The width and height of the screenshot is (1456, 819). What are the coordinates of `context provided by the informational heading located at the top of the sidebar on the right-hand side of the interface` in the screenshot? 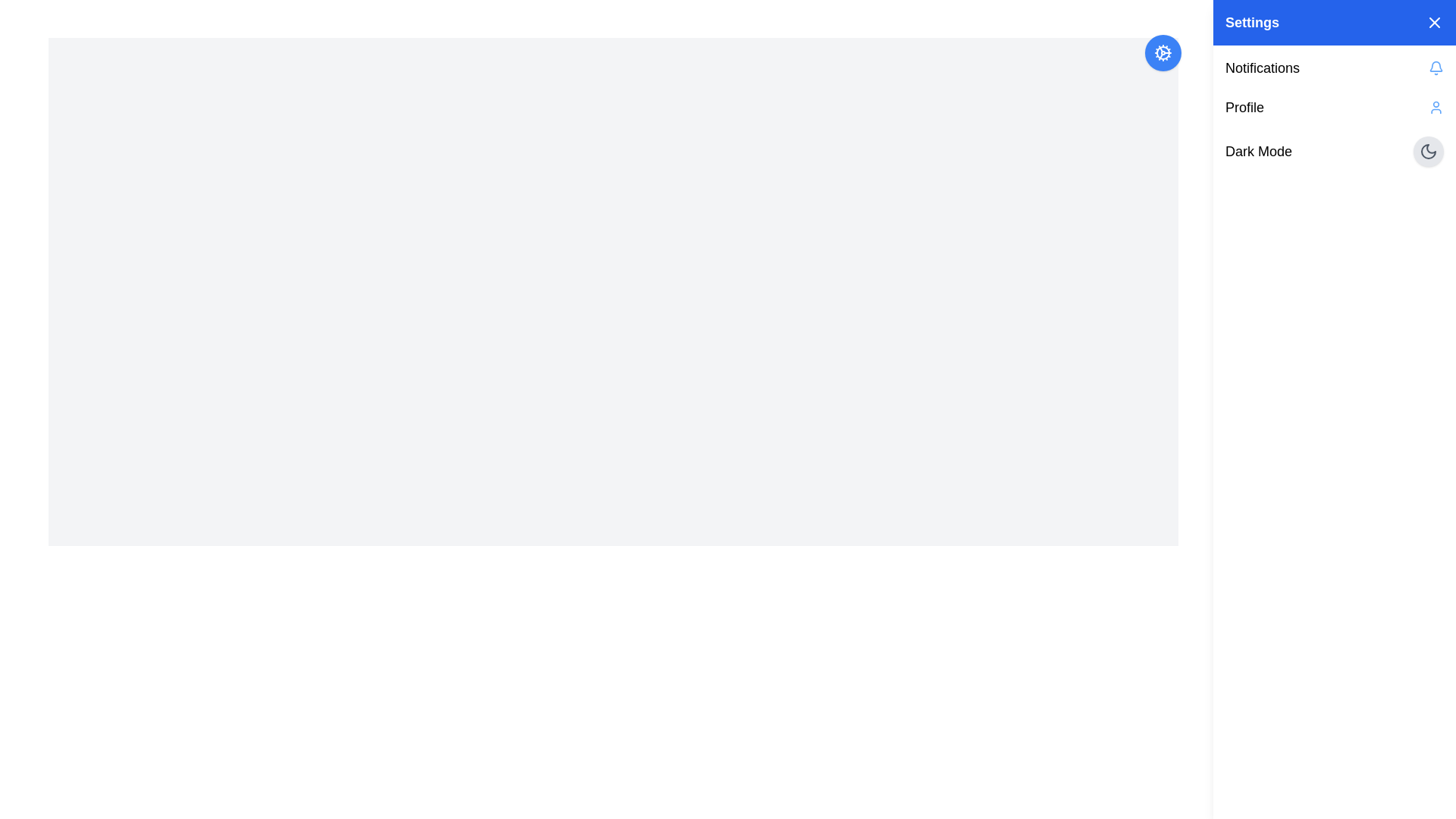 It's located at (1263, 67).